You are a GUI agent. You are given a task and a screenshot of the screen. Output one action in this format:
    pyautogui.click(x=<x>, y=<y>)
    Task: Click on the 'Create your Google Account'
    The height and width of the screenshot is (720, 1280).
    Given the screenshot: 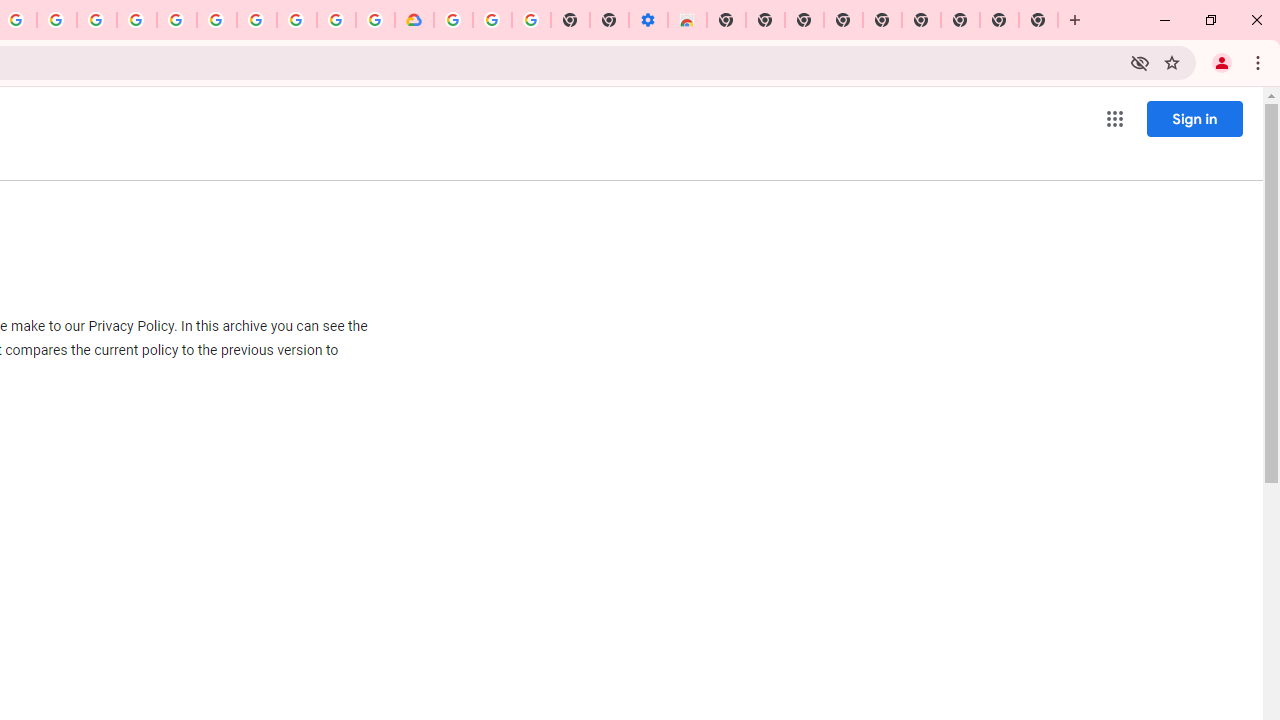 What is the action you would take?
    pyautogui.click(x=56, y=20)
    